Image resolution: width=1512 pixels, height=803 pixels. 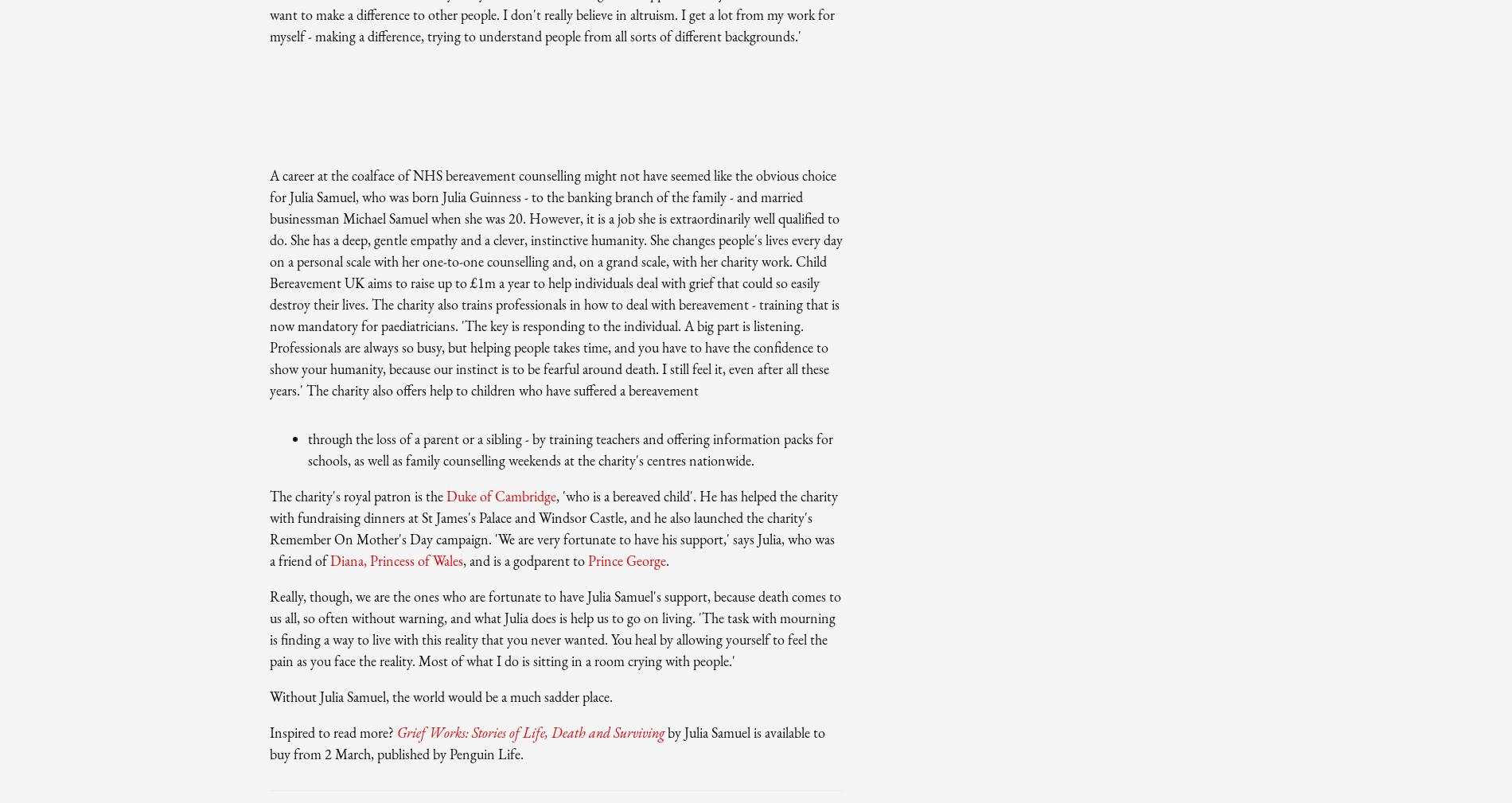 I want to click on 'Grief Works: Stories of Life, Death and Surviving', so click(x=531, y=731).